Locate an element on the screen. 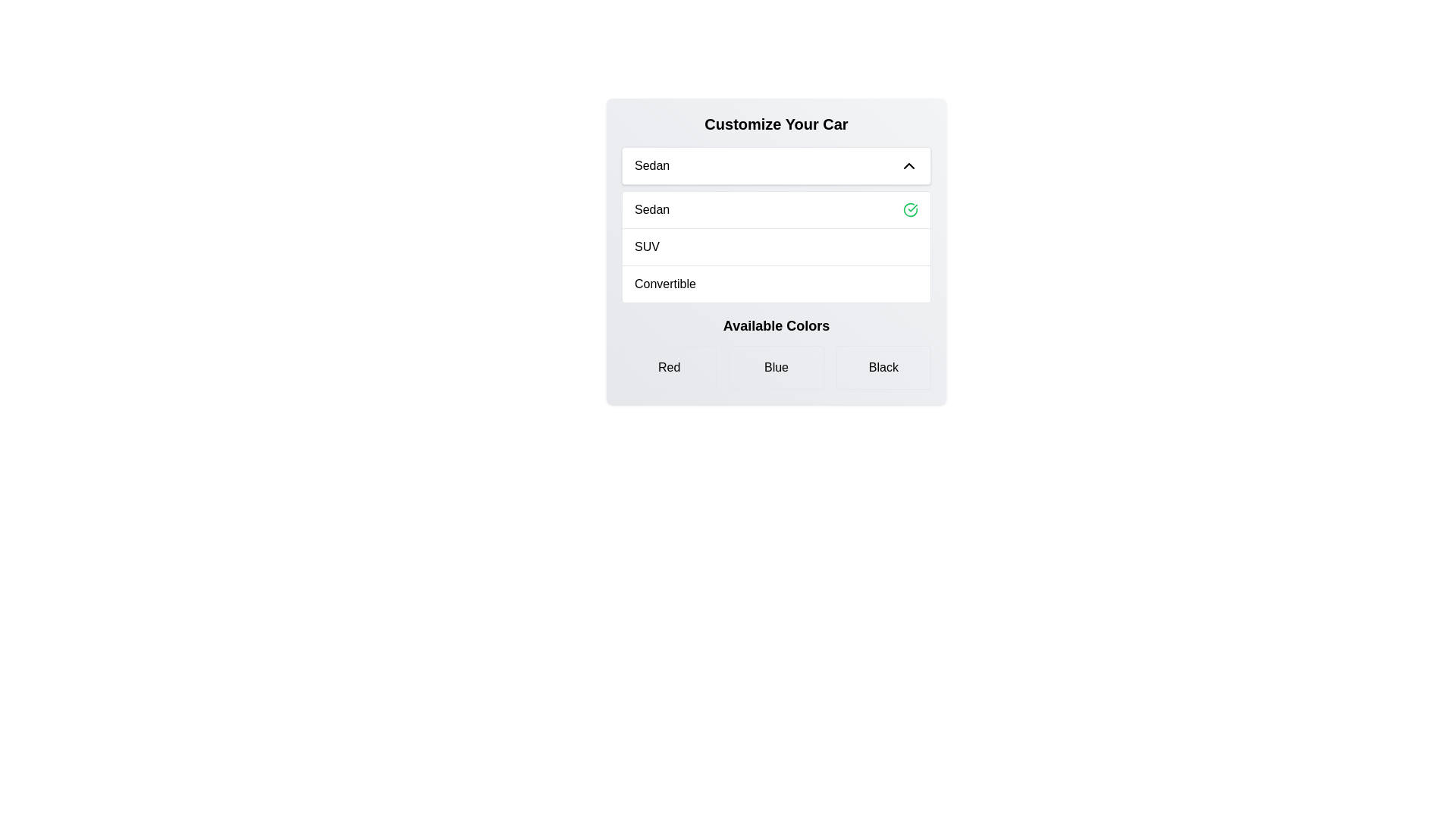  the Dropdown menu for selecting car type options, which is centrally located below the 'Sedan' dropdown in the 'Customize Your Car' section is located at coordinates (776, 246).